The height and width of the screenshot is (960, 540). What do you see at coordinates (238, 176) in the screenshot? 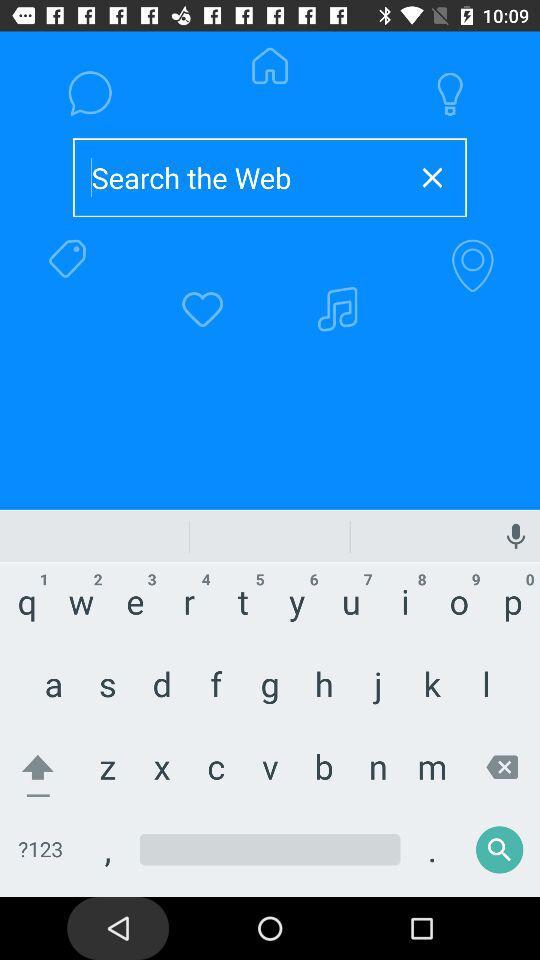
I see `type to search` at bounding box center [238, 176].